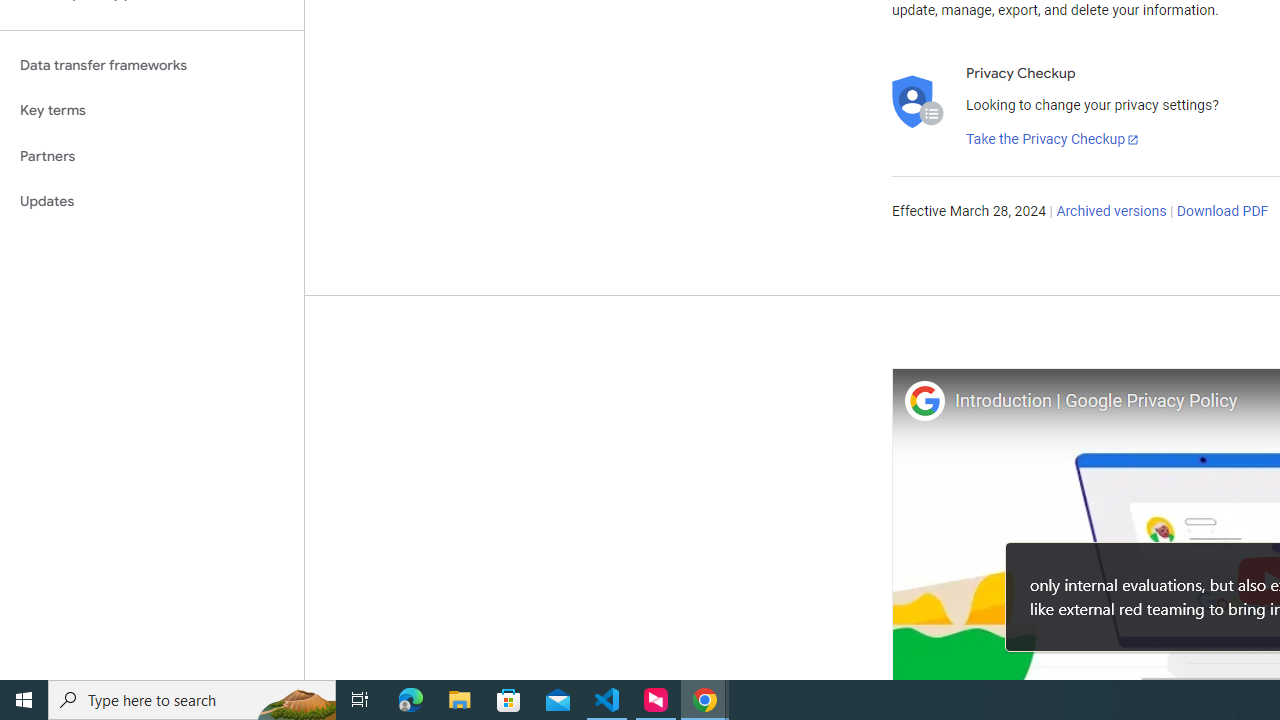 This screenshot has height=720, width=1280. Describe the element at coordinates (1221, 212) in the screenshot. I see `'Download PDF'` at that location.